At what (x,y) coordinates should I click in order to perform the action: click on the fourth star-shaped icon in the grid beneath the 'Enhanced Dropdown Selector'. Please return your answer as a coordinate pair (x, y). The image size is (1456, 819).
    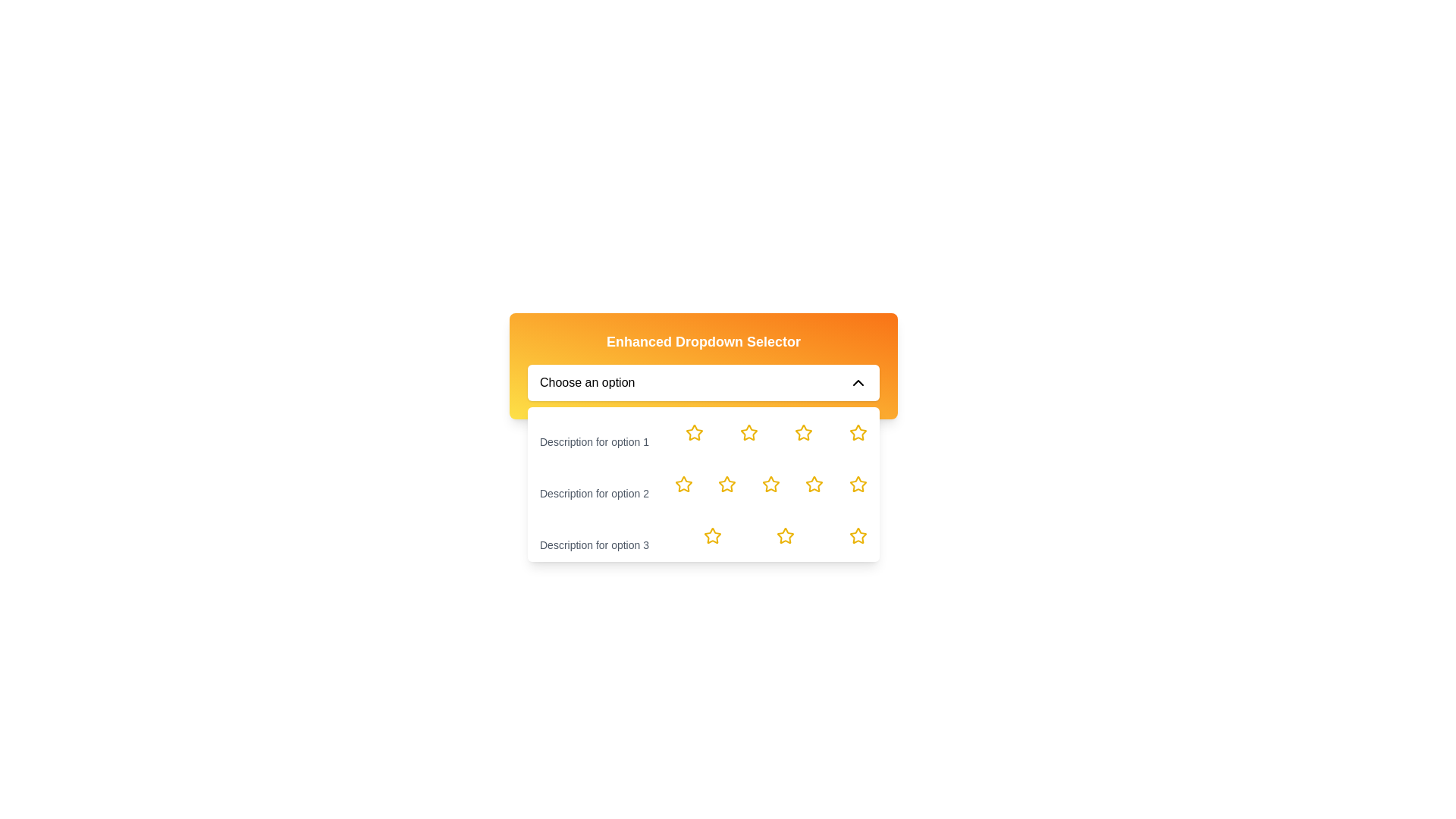
    Looking at the image, I should click on (814, 484).